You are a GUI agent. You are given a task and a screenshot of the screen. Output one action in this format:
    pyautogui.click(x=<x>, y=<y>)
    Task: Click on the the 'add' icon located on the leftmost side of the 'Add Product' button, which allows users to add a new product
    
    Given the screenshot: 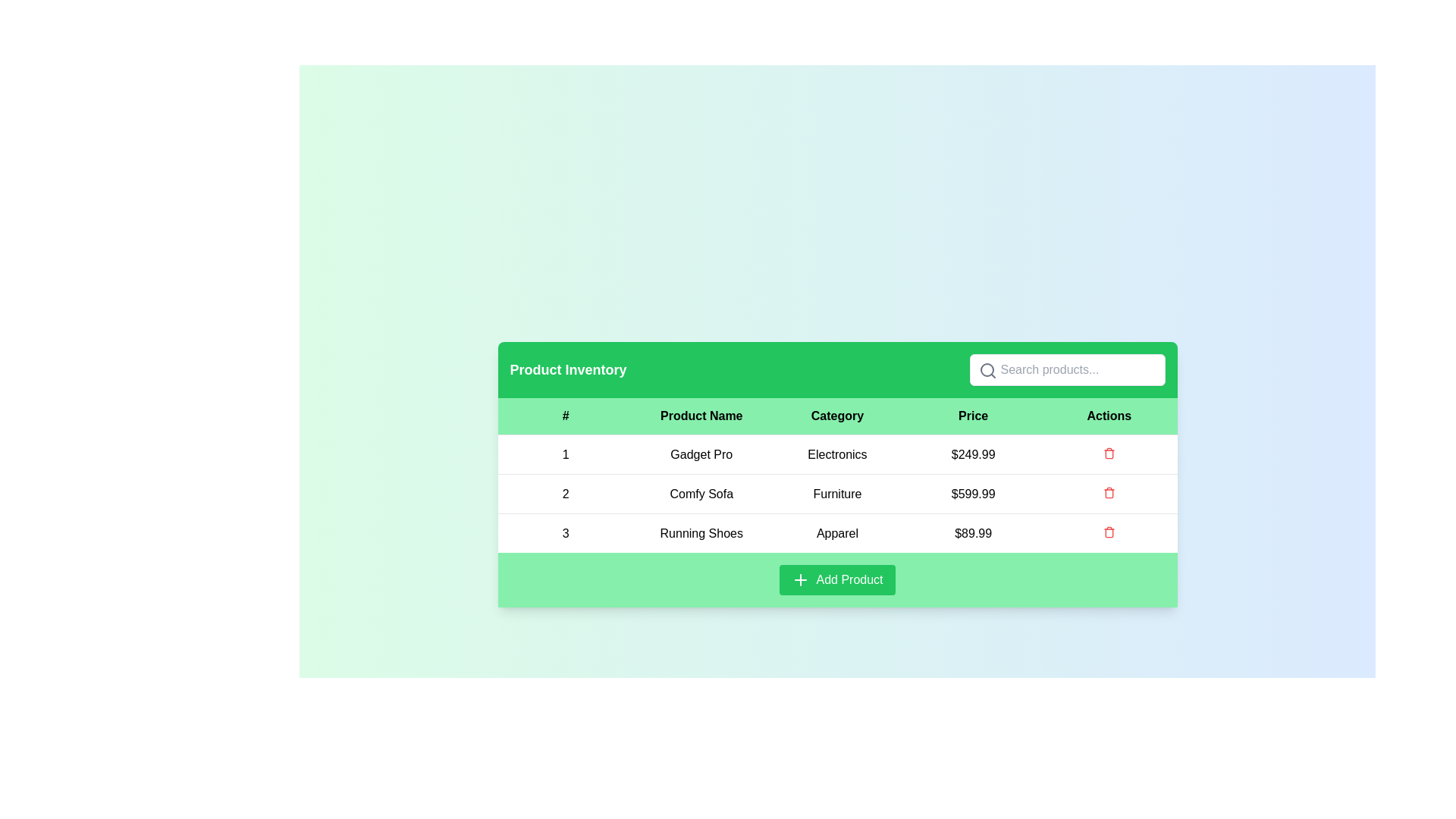 What is the action you would take?
    pyautogui.click(x=800, y=579)
    